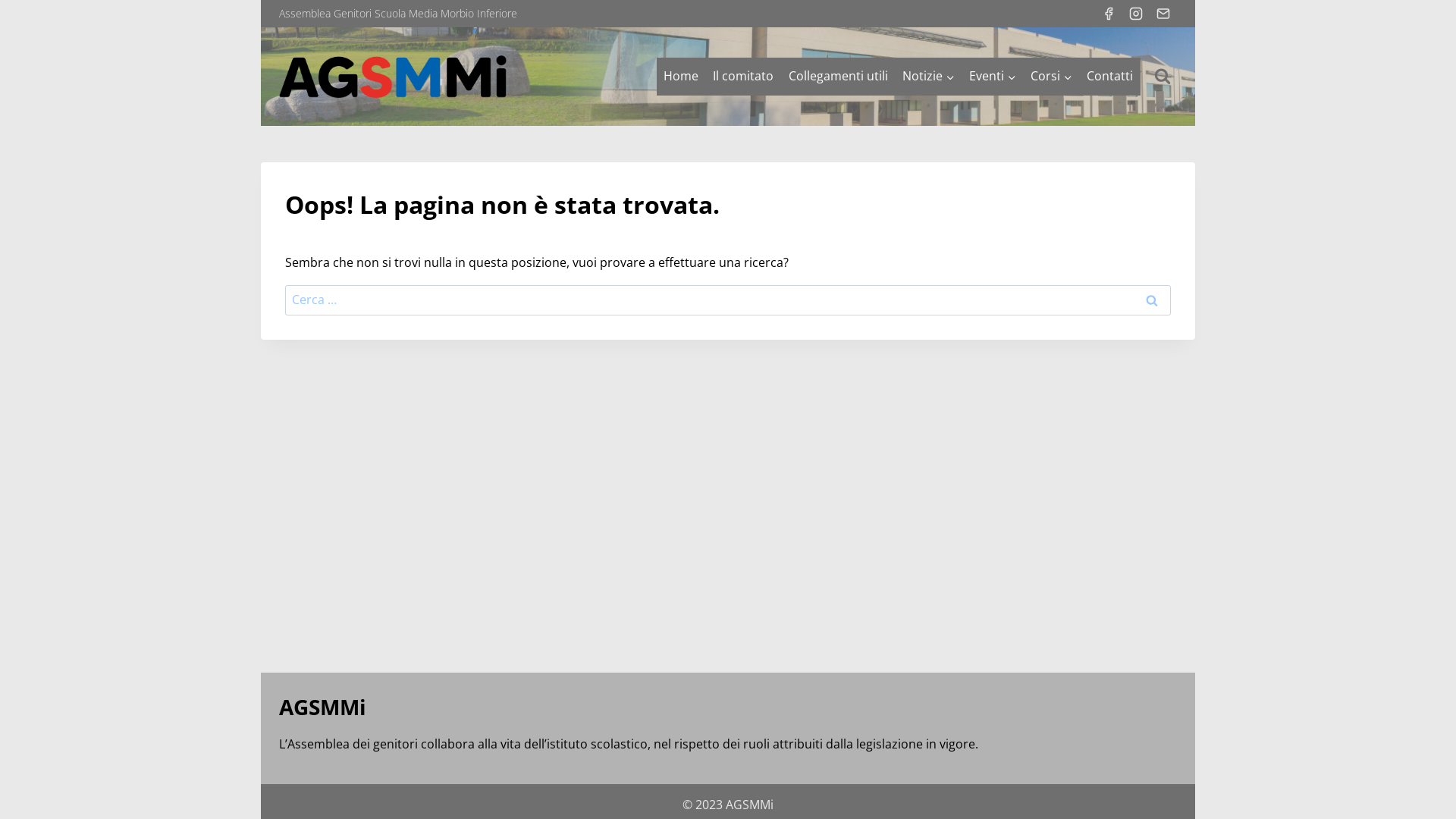 This screenshot has height=819, width=1456. Describe the element at coordinates (1110, 76) in the screenshot. I see `'Contatti'` at that location.